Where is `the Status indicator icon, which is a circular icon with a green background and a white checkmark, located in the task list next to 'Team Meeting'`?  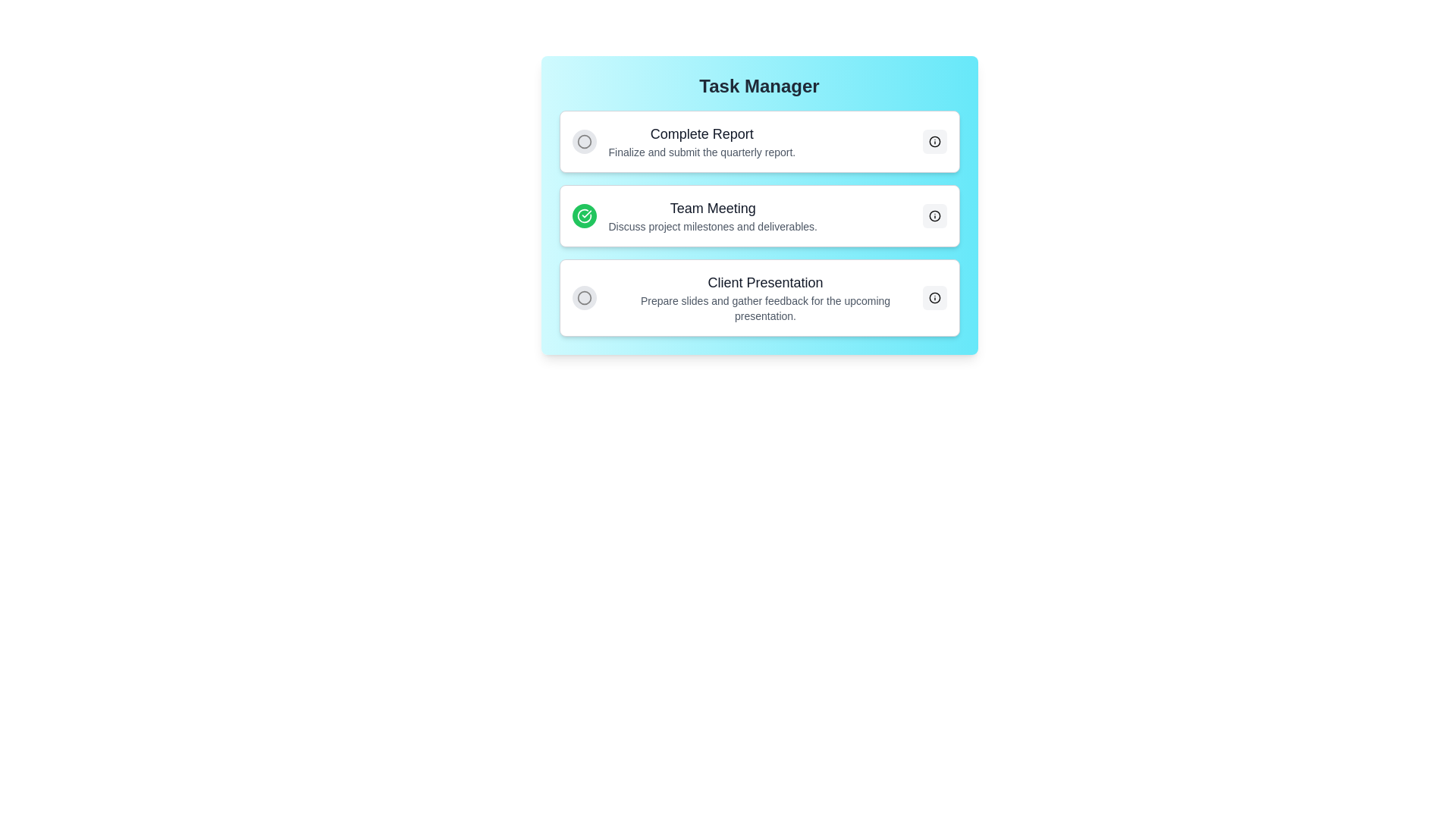
the Status indicator icon, which is a circular icon with a green background and a white checkmark, located in the task list next to 'Team Meeting' is located at coordinates (583, 216).